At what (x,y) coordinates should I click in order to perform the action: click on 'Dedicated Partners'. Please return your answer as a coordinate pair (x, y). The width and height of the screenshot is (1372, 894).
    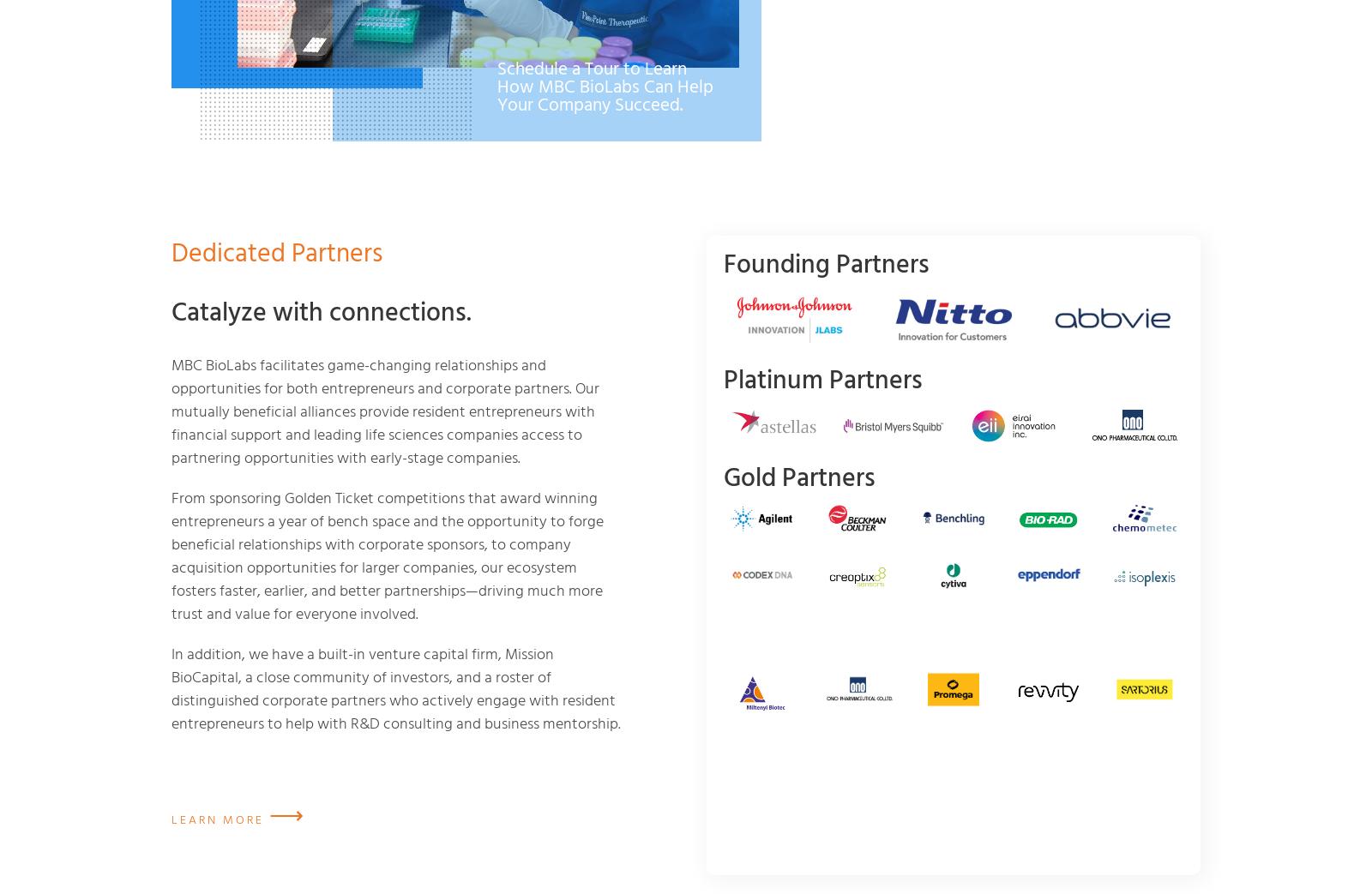
    Looking at the image, I should click on (277, 254).